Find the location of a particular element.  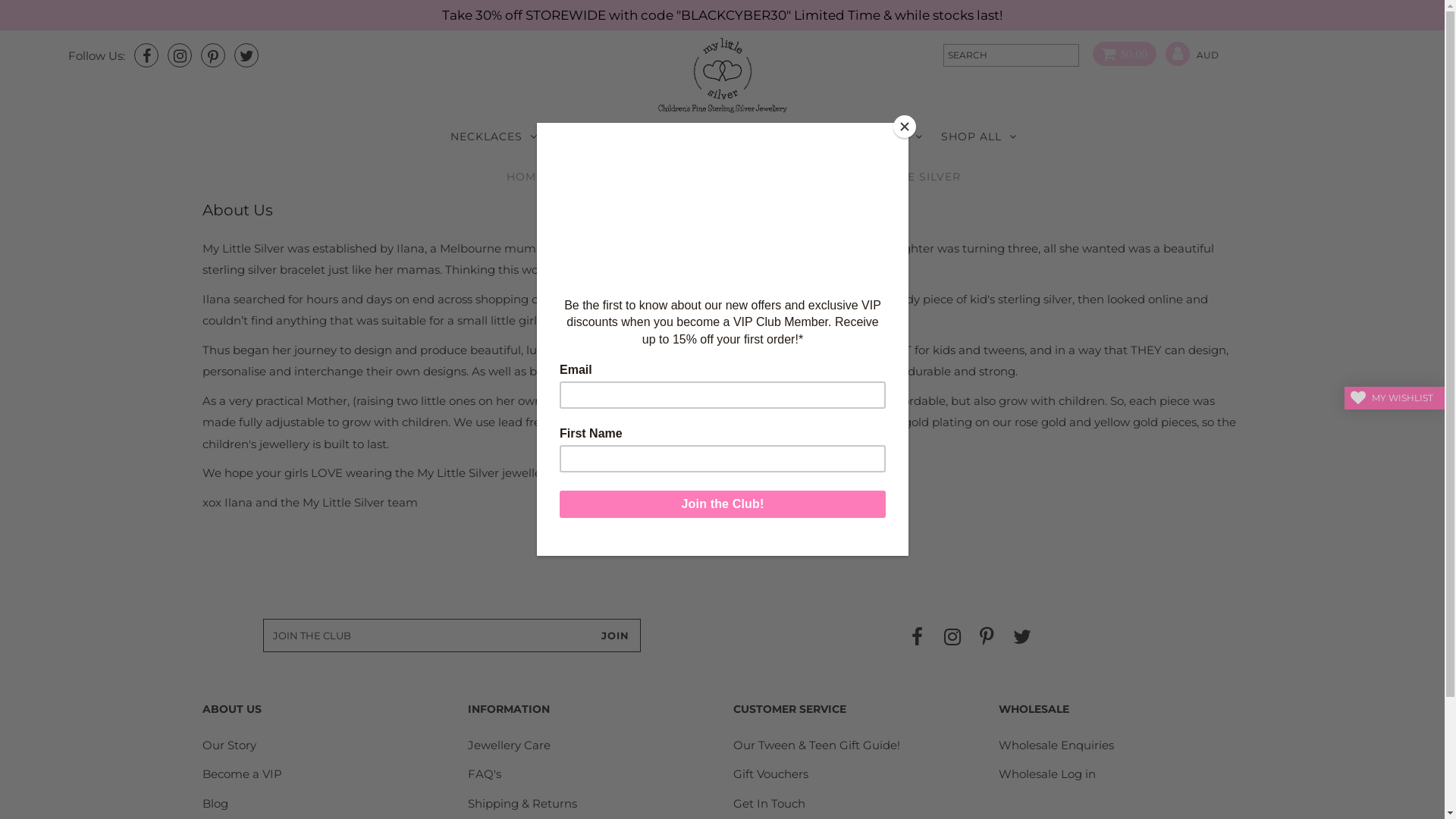

'Become a VIP' is located at coordinates (241, 773).